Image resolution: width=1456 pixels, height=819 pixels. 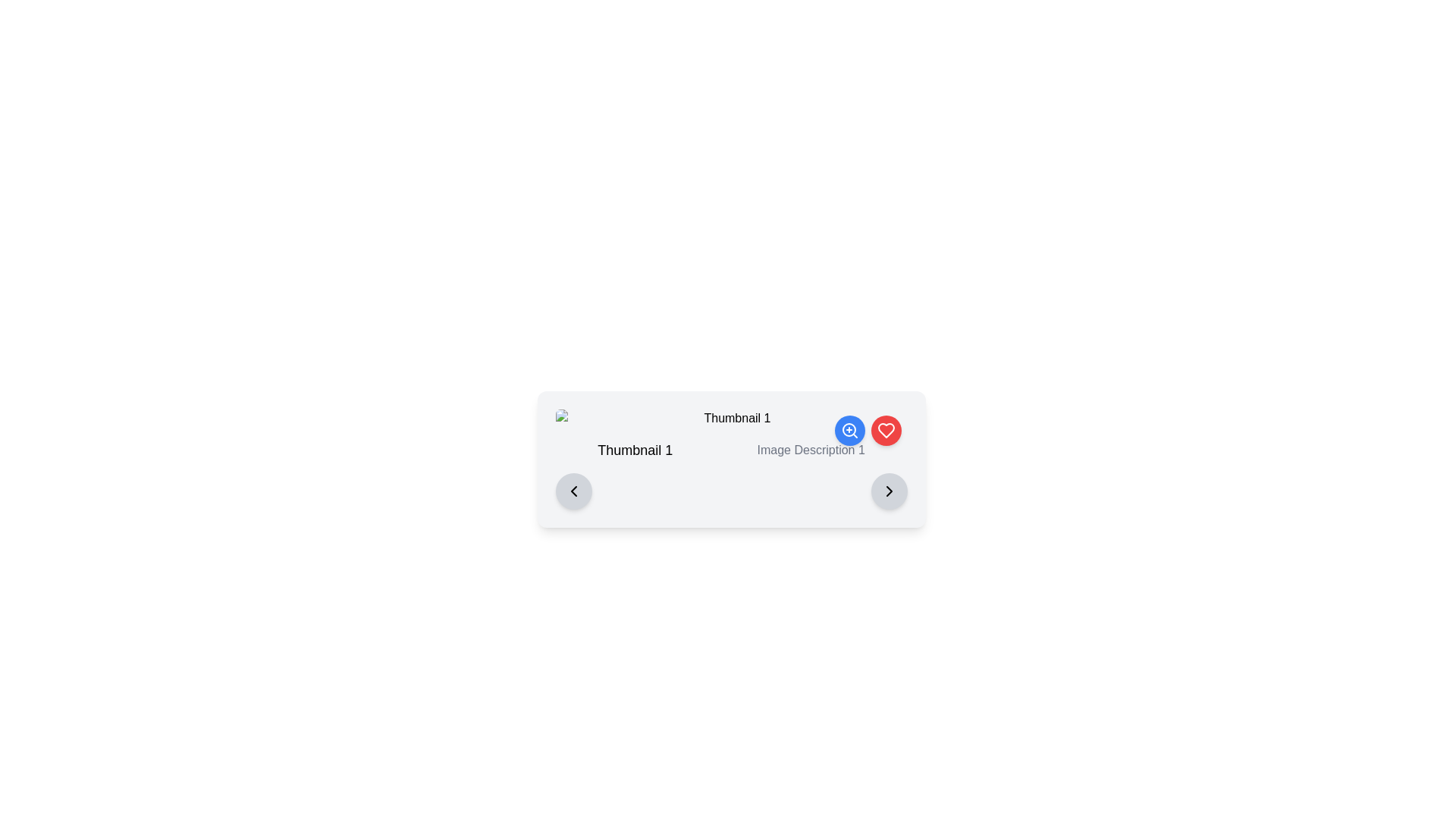 I want to click on the circular navigation button with a left-facing chevron icon, so click(x=573, y=491).